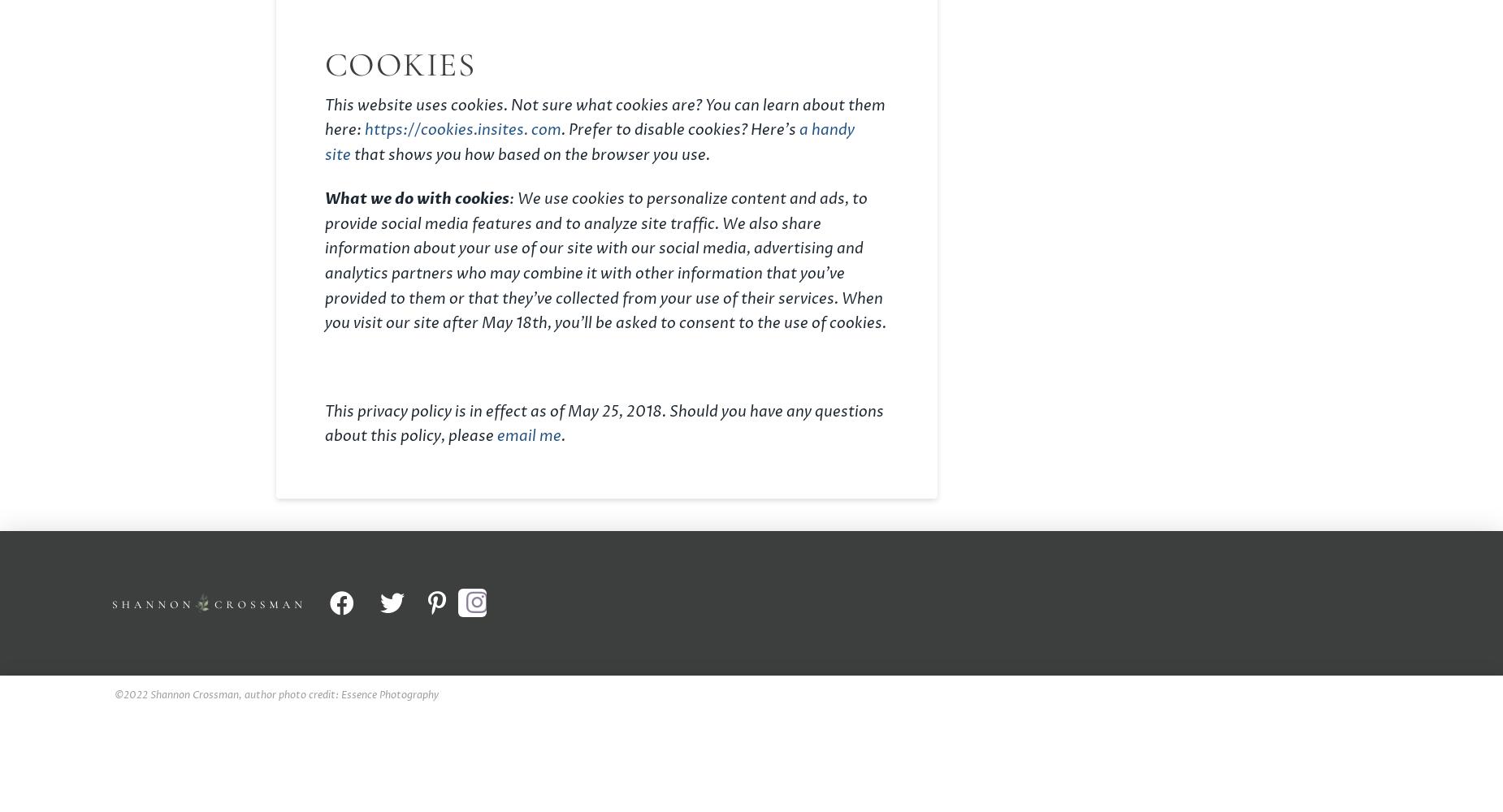 The image size is (1503, 812). I want to click on 'This privacy policy is in effect as of May 25, 2018. Should you have any questions about this policy, please', so click(604, 424).